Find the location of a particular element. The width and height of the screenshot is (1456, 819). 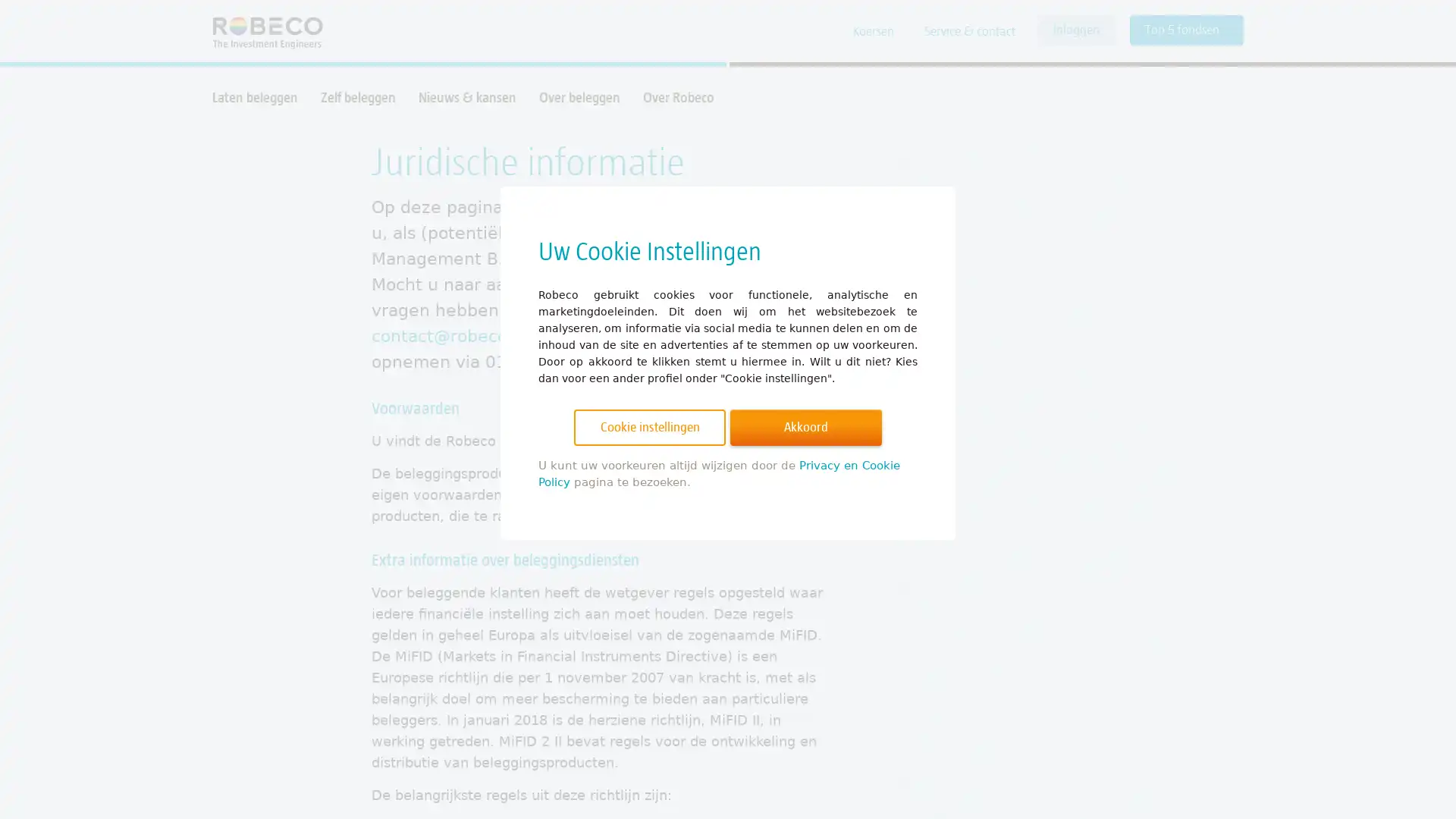

Over beleggen is located at coordinates (579, 97).